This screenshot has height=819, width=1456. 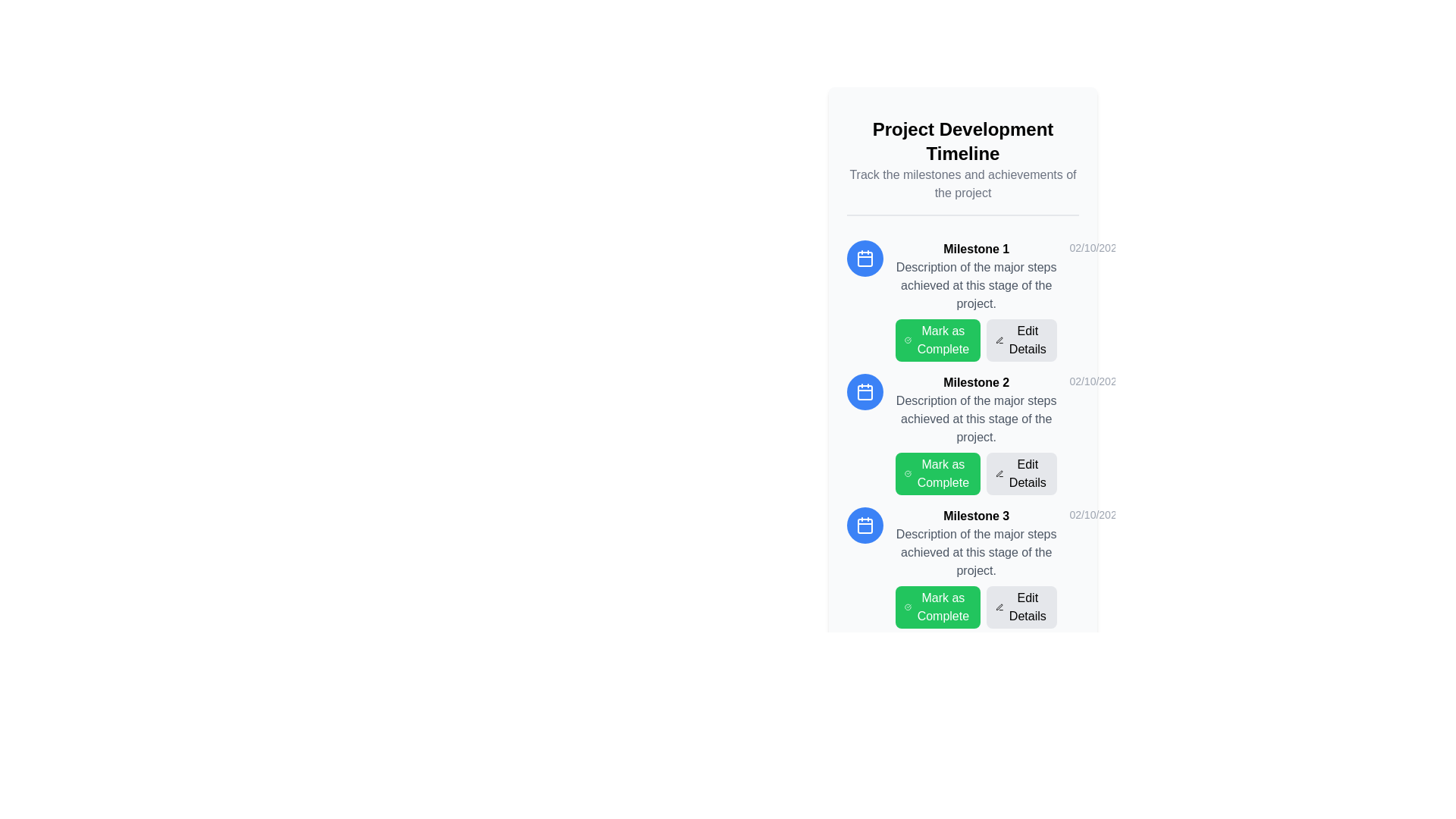 What do you see at coordinates (1096, 247) in the screenshot?
I see `the date label displaying '02/10/2023', which is located on the right side of the first milestone details in the timeline` at bounding box center [1096, 247].